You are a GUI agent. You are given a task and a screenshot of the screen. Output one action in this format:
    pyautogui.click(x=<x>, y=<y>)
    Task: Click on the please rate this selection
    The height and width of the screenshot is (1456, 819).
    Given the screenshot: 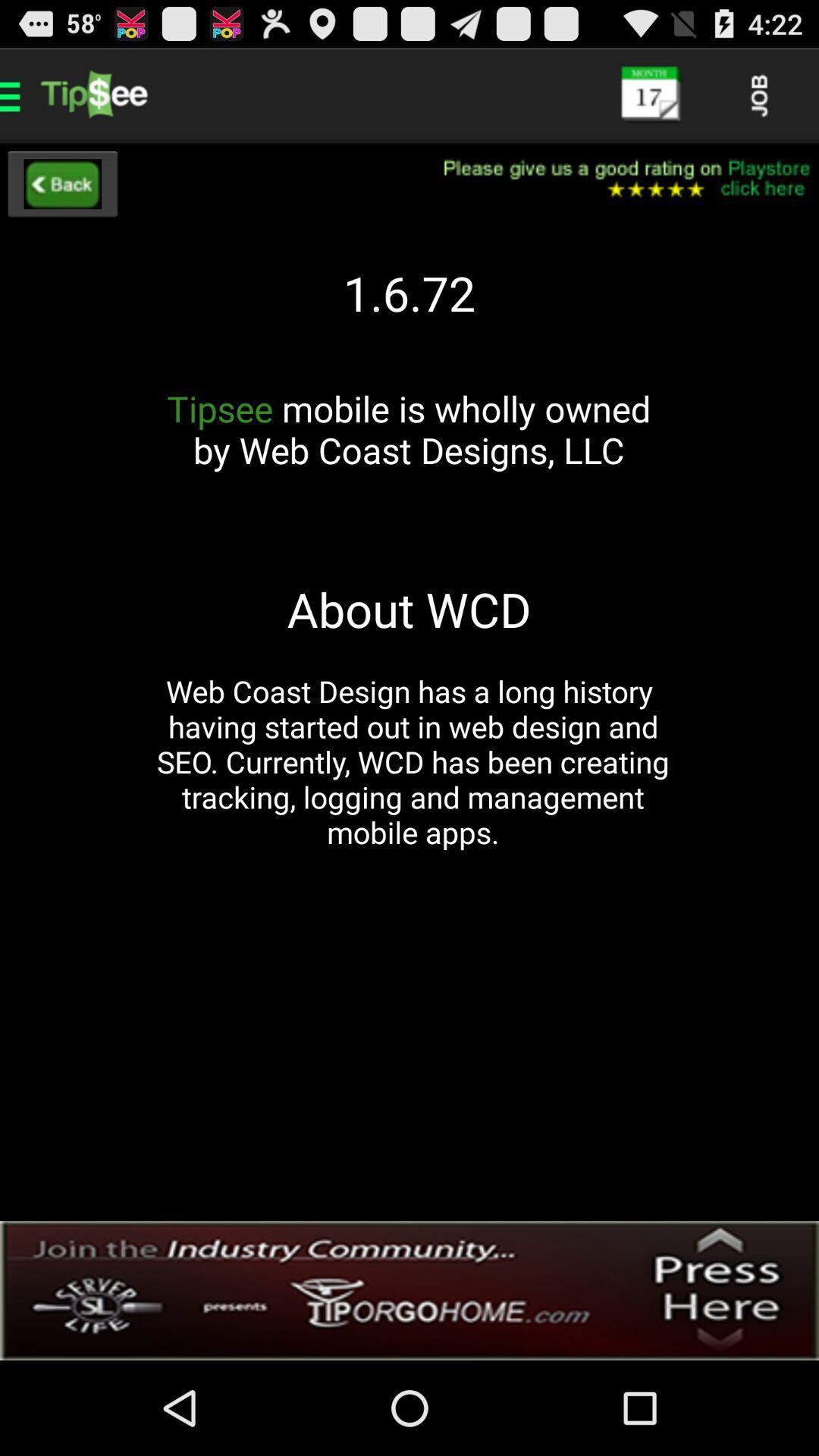 What is the action you would take?
    pyautogui.click(x=617, y=179)
    